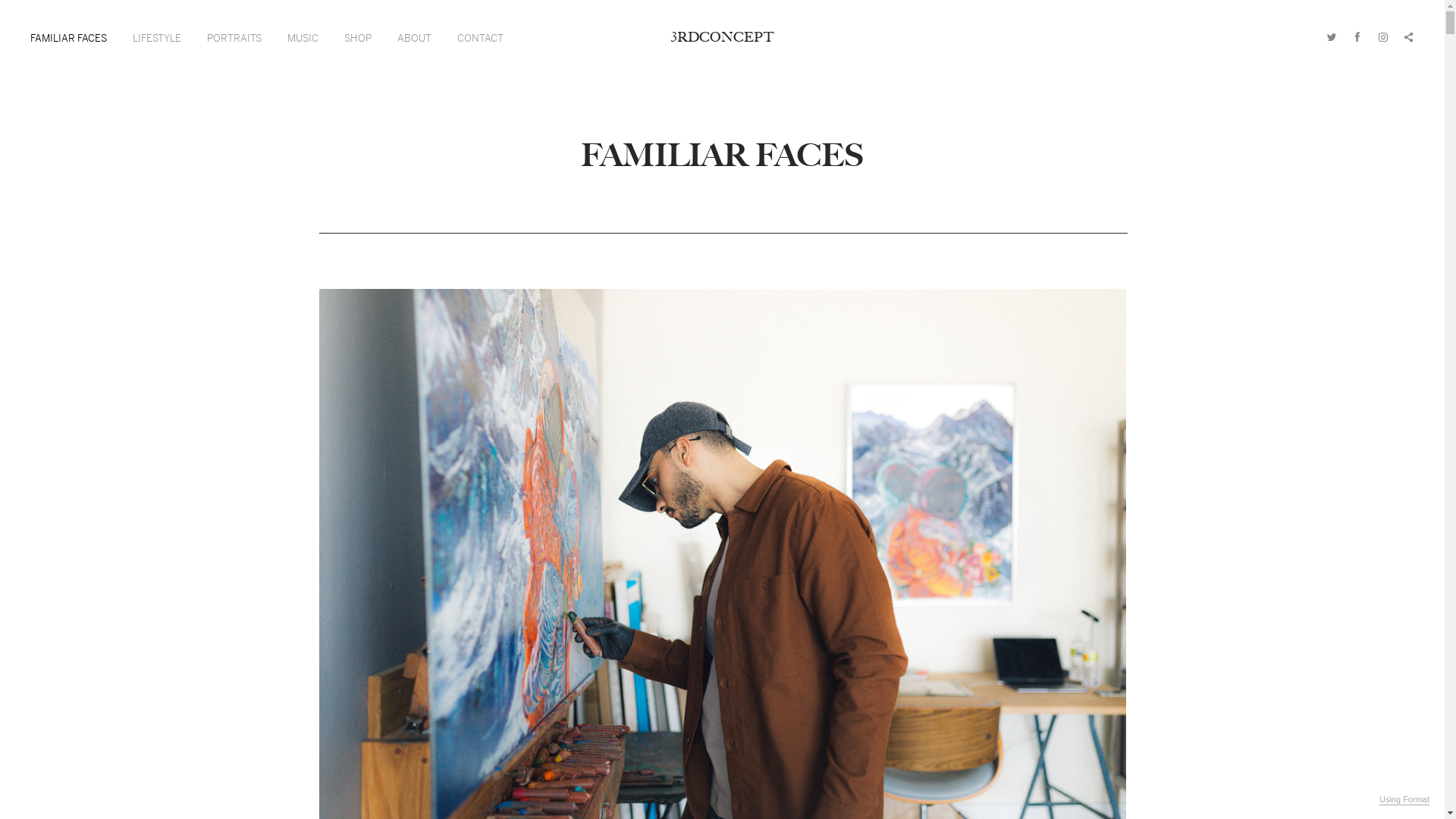 The height and width of the screenshot is (819, 1456). I want to click on 'Share', so click(1403, 36).